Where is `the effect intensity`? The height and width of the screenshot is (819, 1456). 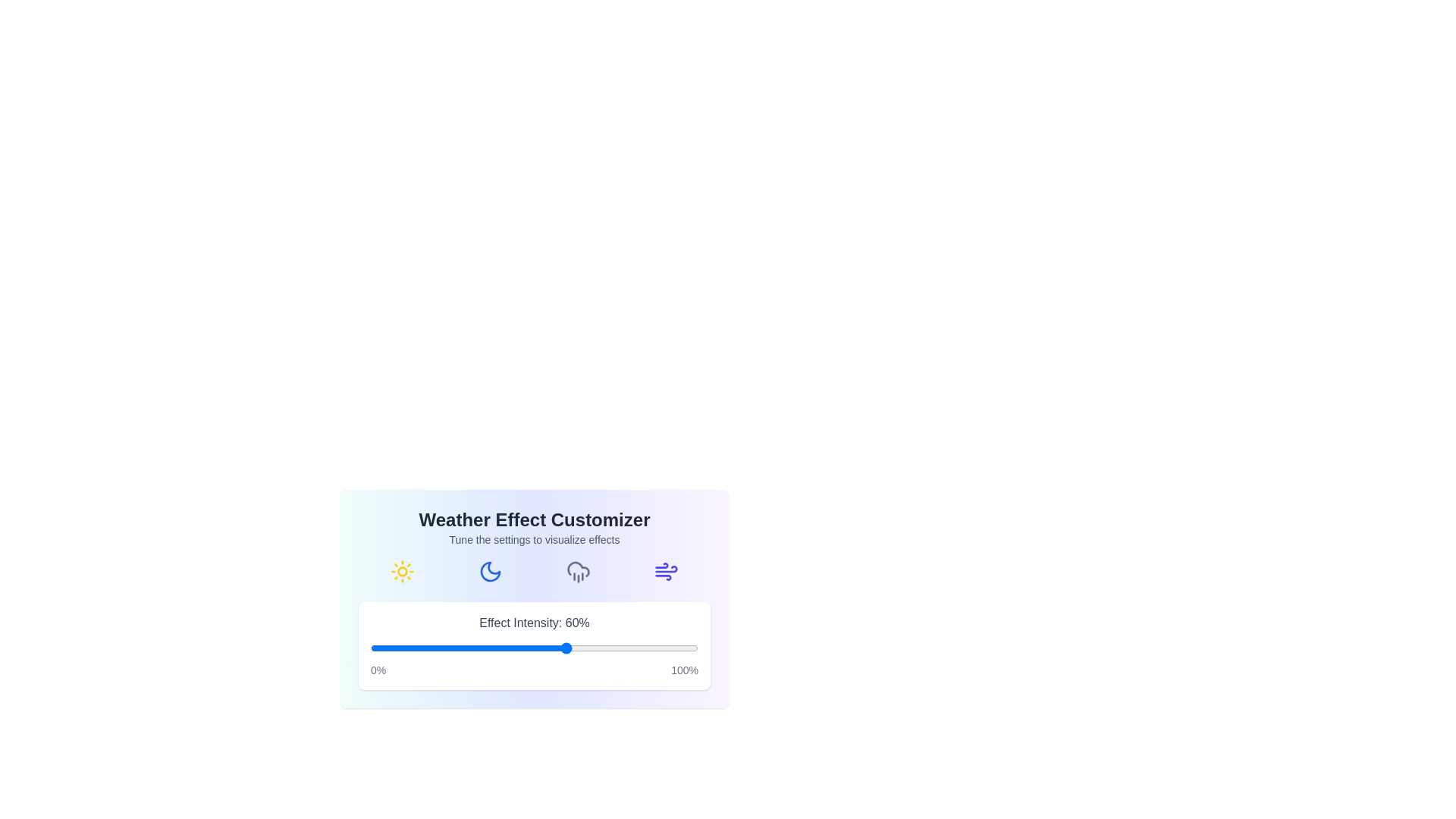
the effect intensity is located at coordinates (662, 648).